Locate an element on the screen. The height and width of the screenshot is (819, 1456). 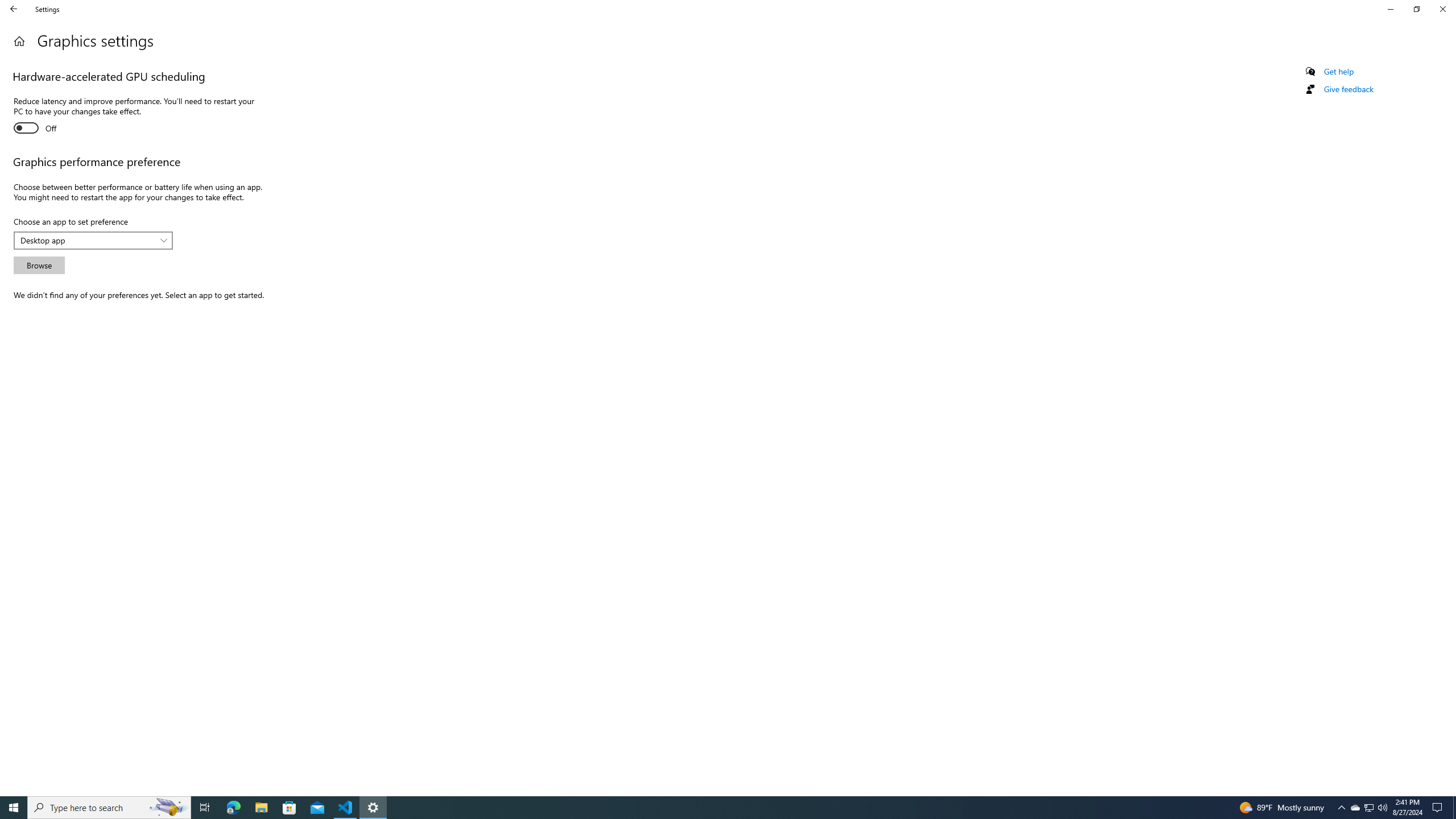
'Home' is located at coordinates (19, 41).